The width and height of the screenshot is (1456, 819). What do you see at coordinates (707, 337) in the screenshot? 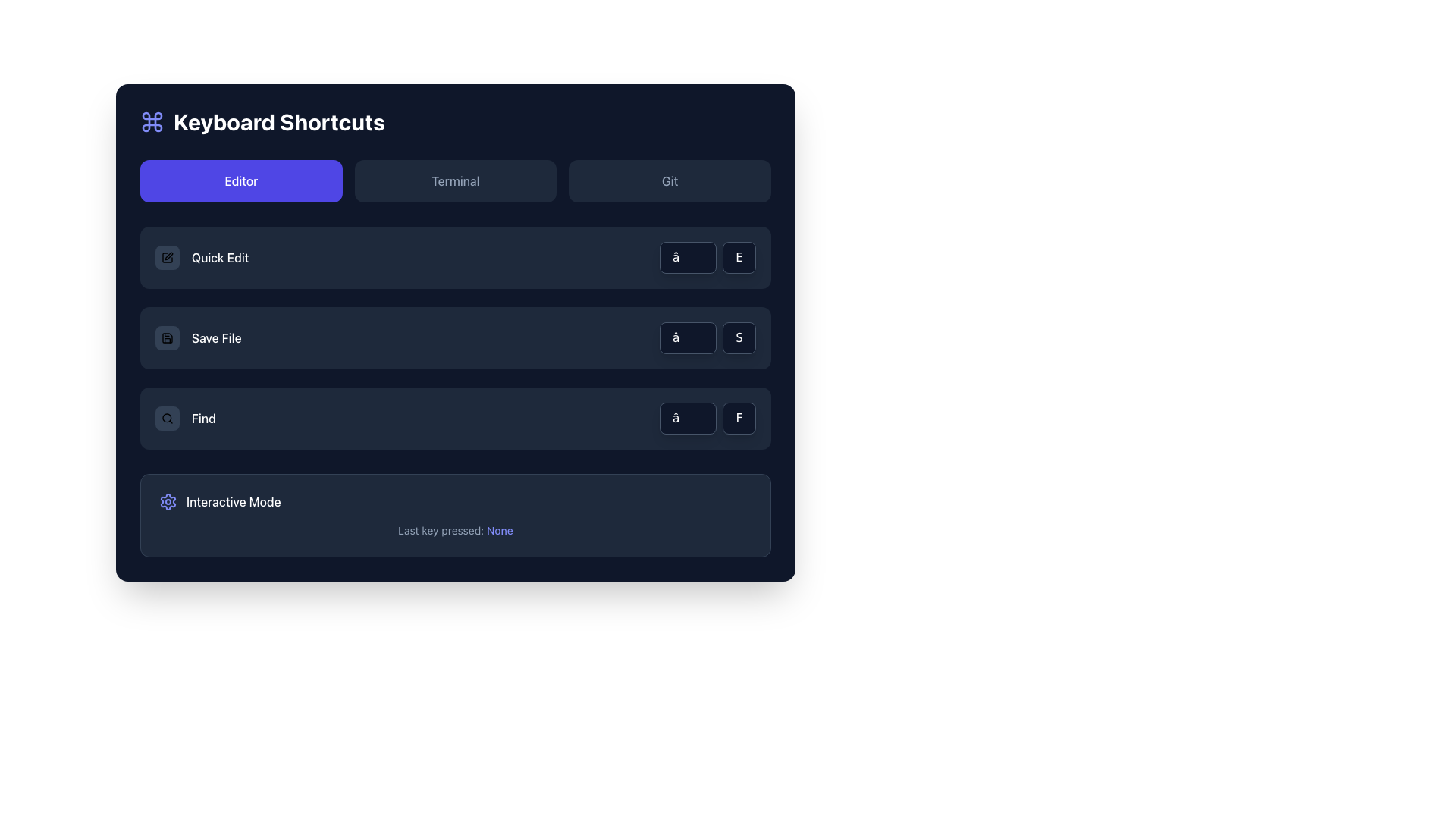
I see `the Key combination display consisting of two adjacent rectangular buttons, one with the symbol '⌘' and the other with the letter 'S', located to the right of the 'Save File' label in the 'Keyboard Shortcuts' interface` at bounding box center [707, 337].